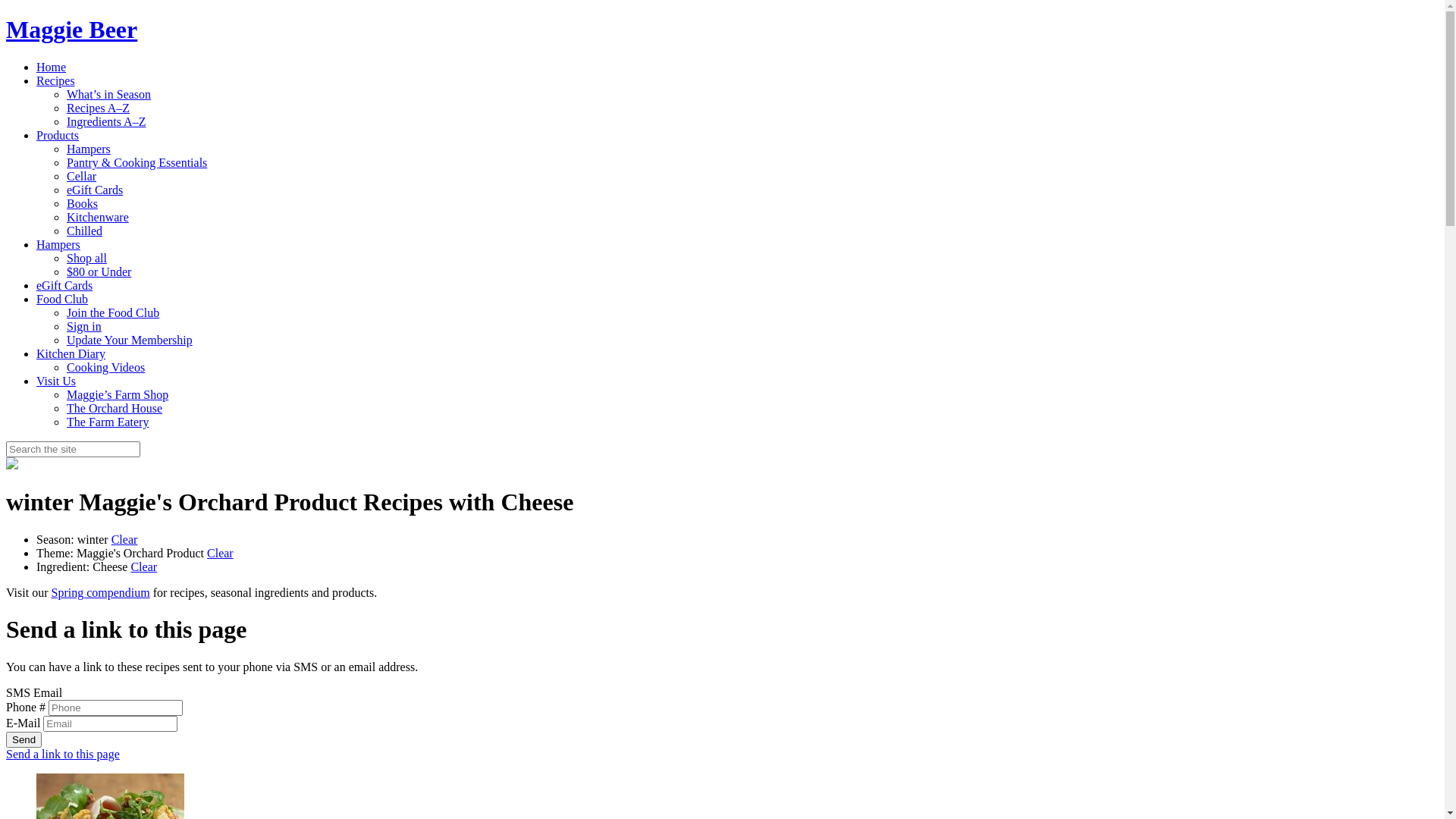 The height and width of the screenshot is (819, 1456). What do you see at coordinates (130, 566) in the screenshot?
I see `'Clear'` at bounding box center [130, 566].